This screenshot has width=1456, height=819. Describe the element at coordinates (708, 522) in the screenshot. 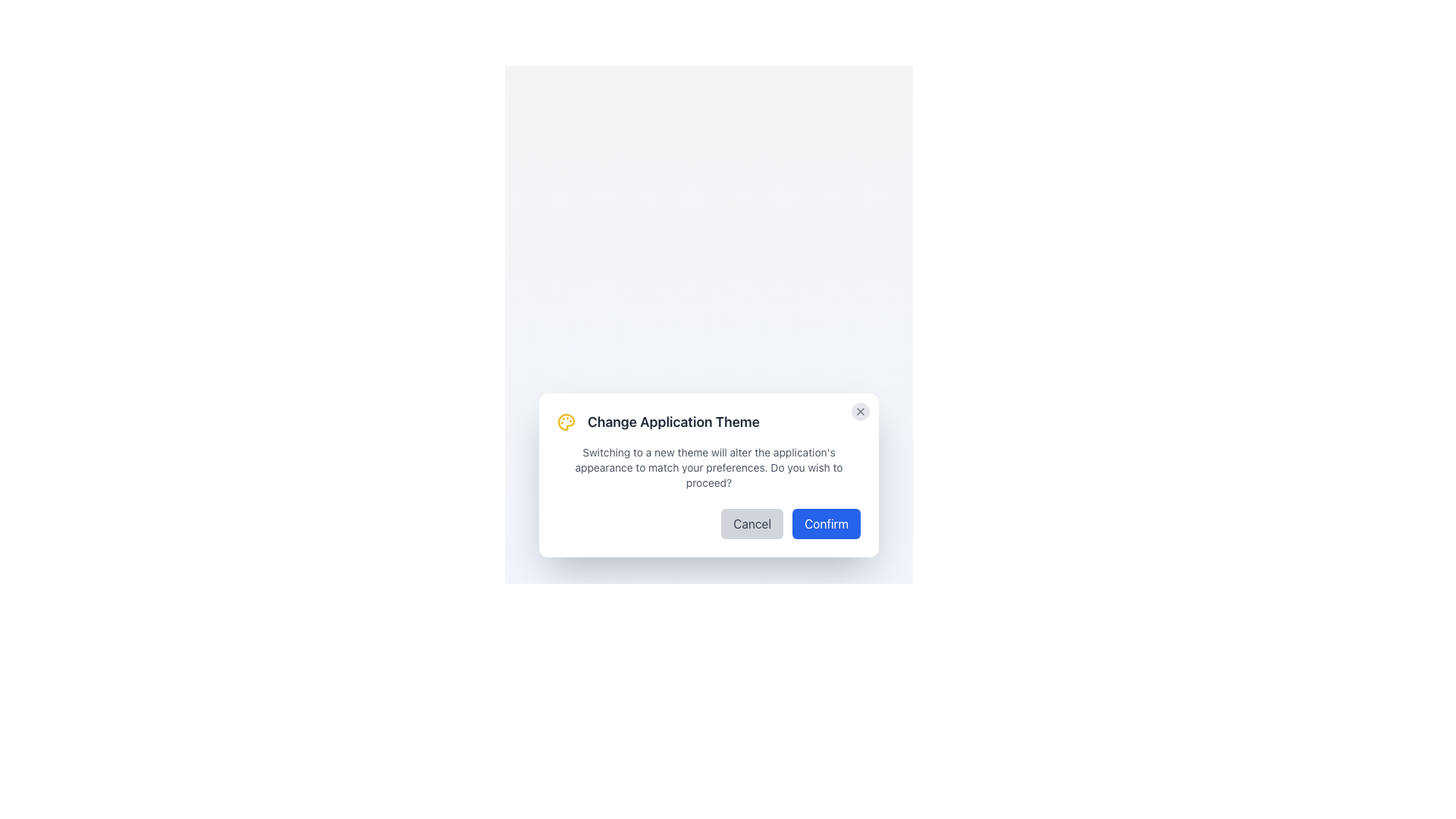

I see `the 'Cancel' button in the Button Group at the bottom of the 'Change Application Theme' modal to abort the action` at that location.